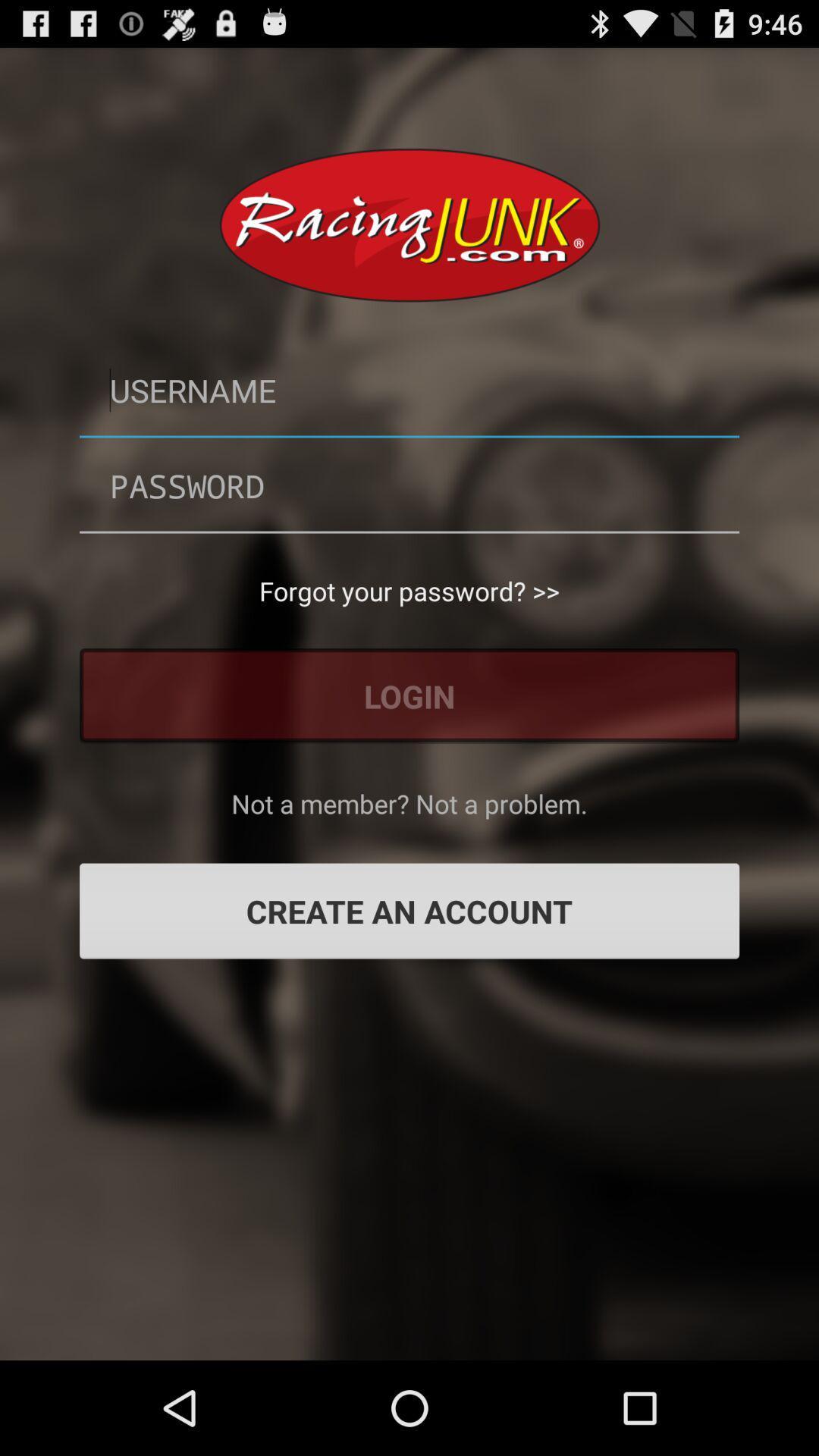  Describe the element at coordinates (409, 695) in the screenshot. I see `login icon` at that location.